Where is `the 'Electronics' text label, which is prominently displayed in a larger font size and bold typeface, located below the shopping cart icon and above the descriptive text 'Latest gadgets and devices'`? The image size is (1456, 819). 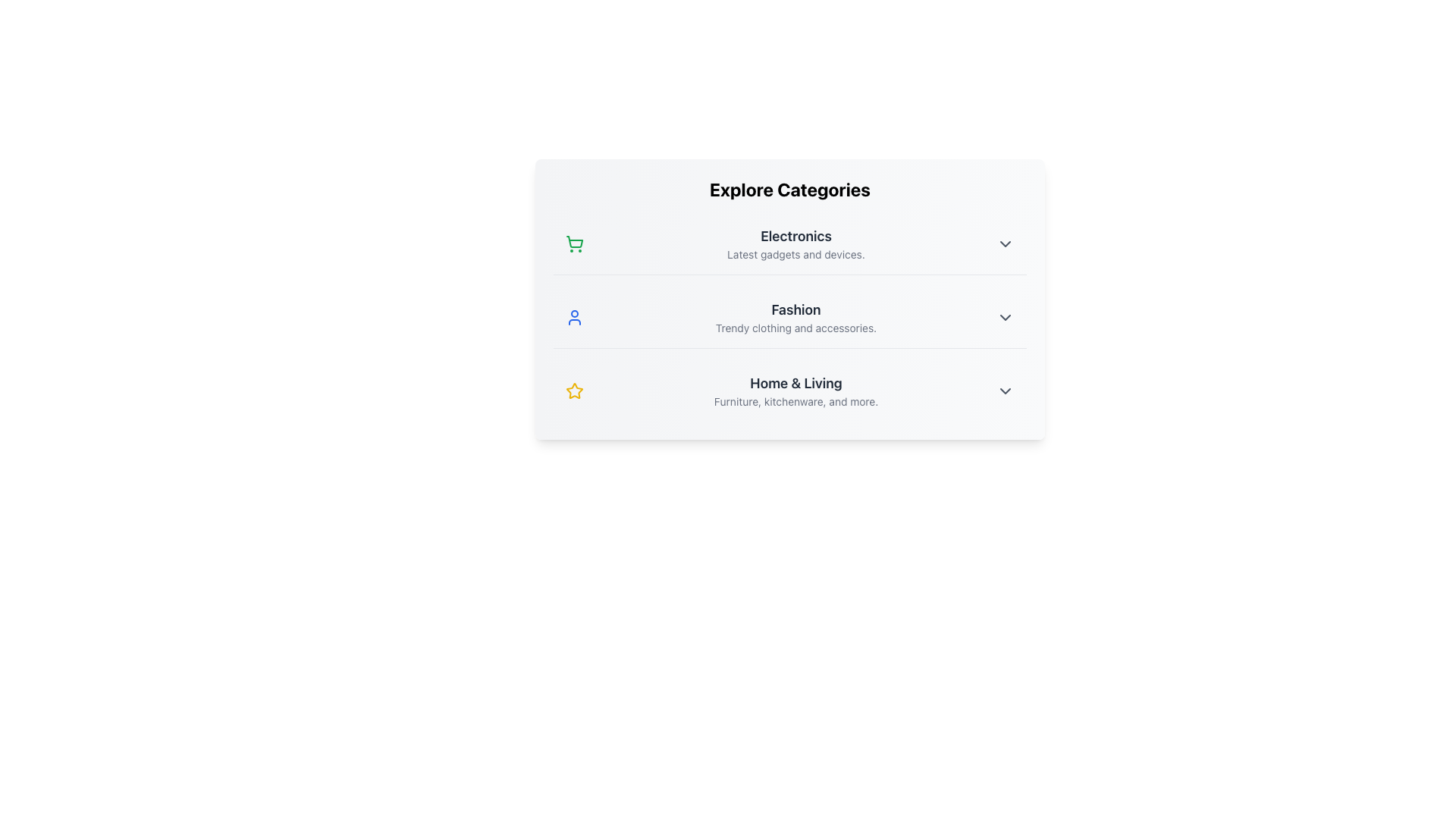
the 'Electronics' text label, which is prominently displayed in a larger font size and bold typeface, located below the shopping cart icon and above the descriptive text 'Latest gadgets and devices' is located at coordinates (795, 237).